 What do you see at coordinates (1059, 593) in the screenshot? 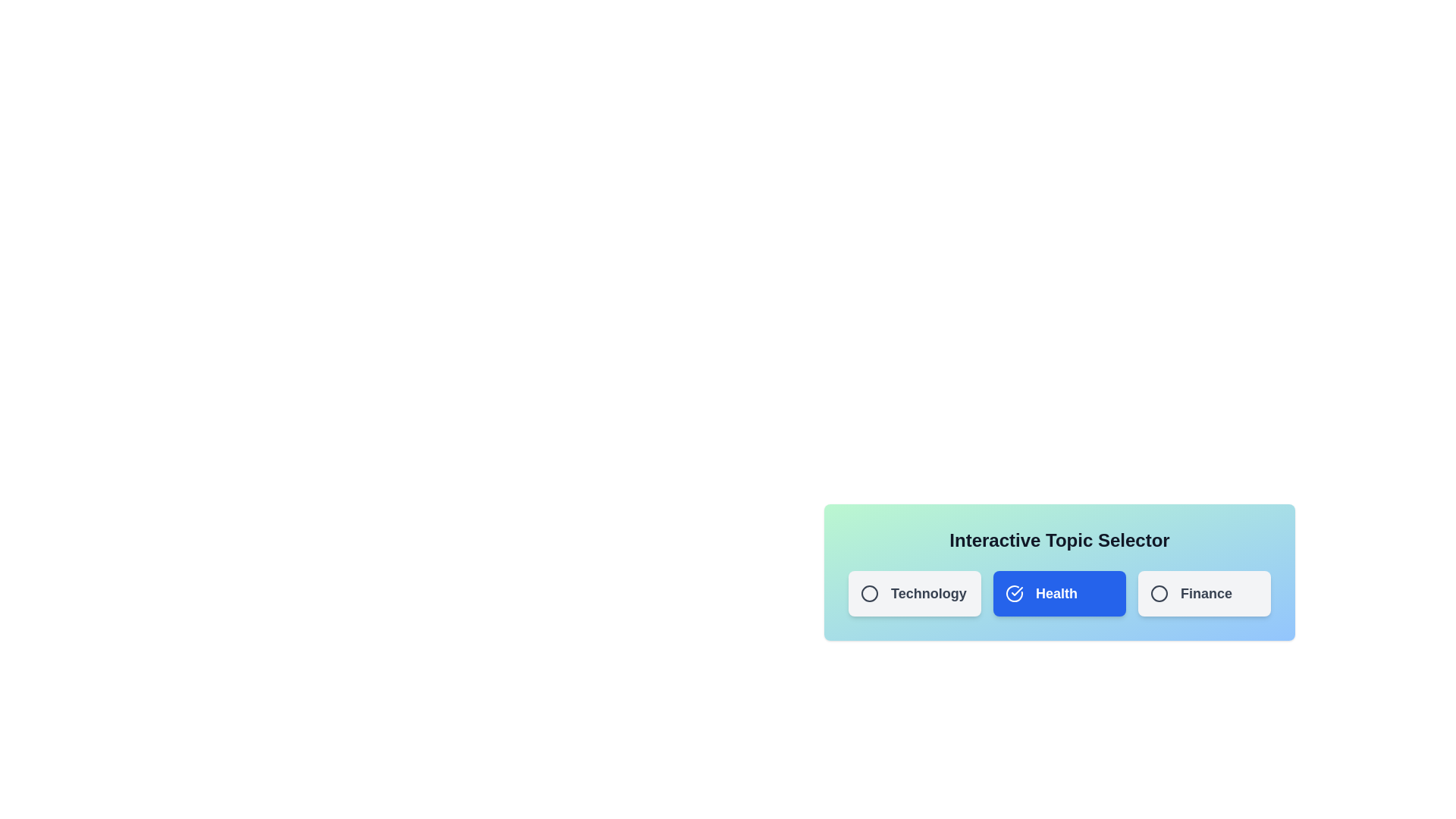
I see `the topic Health` at bounding box center [1059, 593].